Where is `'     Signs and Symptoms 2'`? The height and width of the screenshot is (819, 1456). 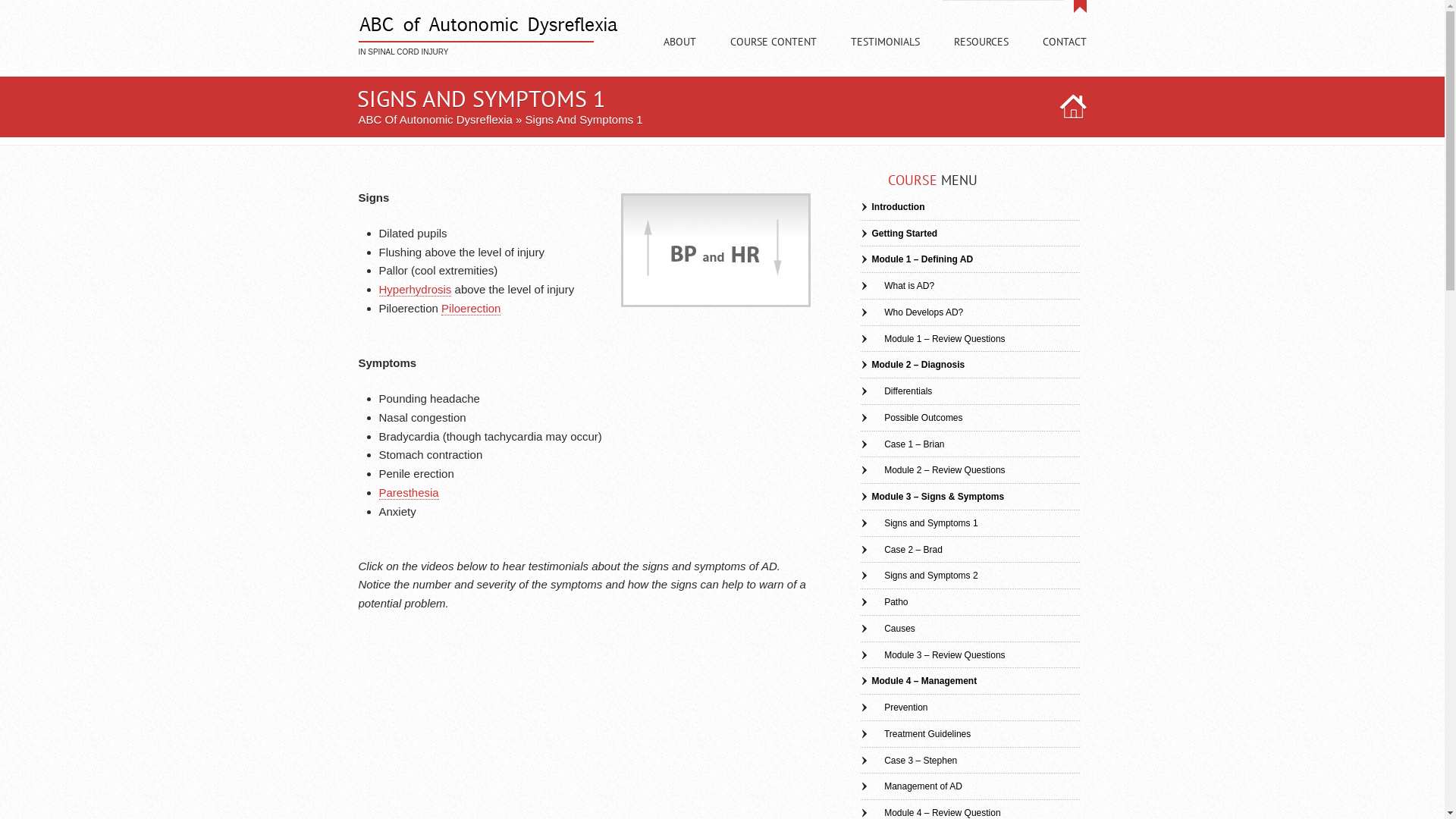
'     Signs and Symptoms 2' is located at coordinates (918, 576).